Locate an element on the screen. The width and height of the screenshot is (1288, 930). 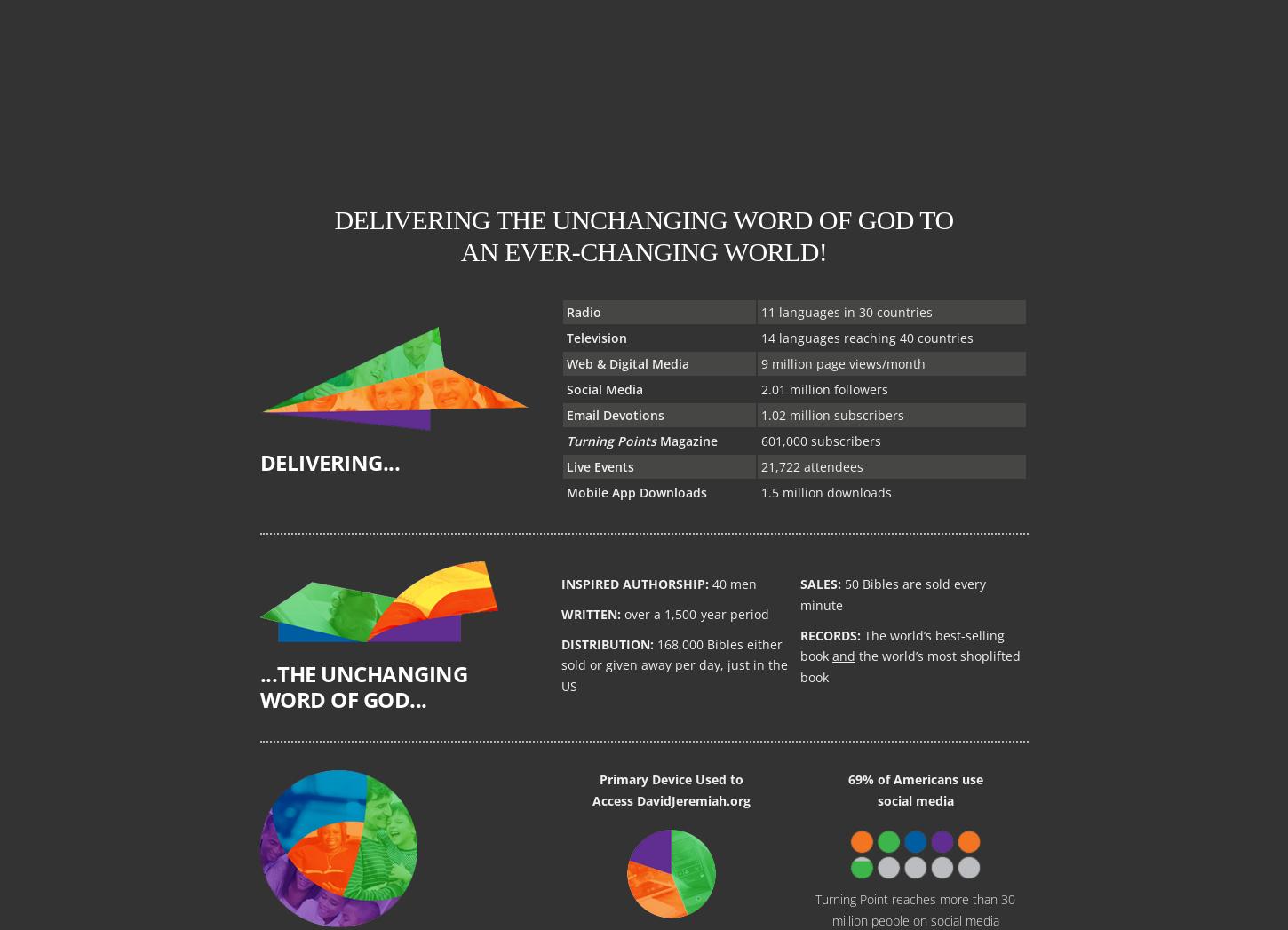
'Web & Digital Media' is located at coordinates (626, 362).